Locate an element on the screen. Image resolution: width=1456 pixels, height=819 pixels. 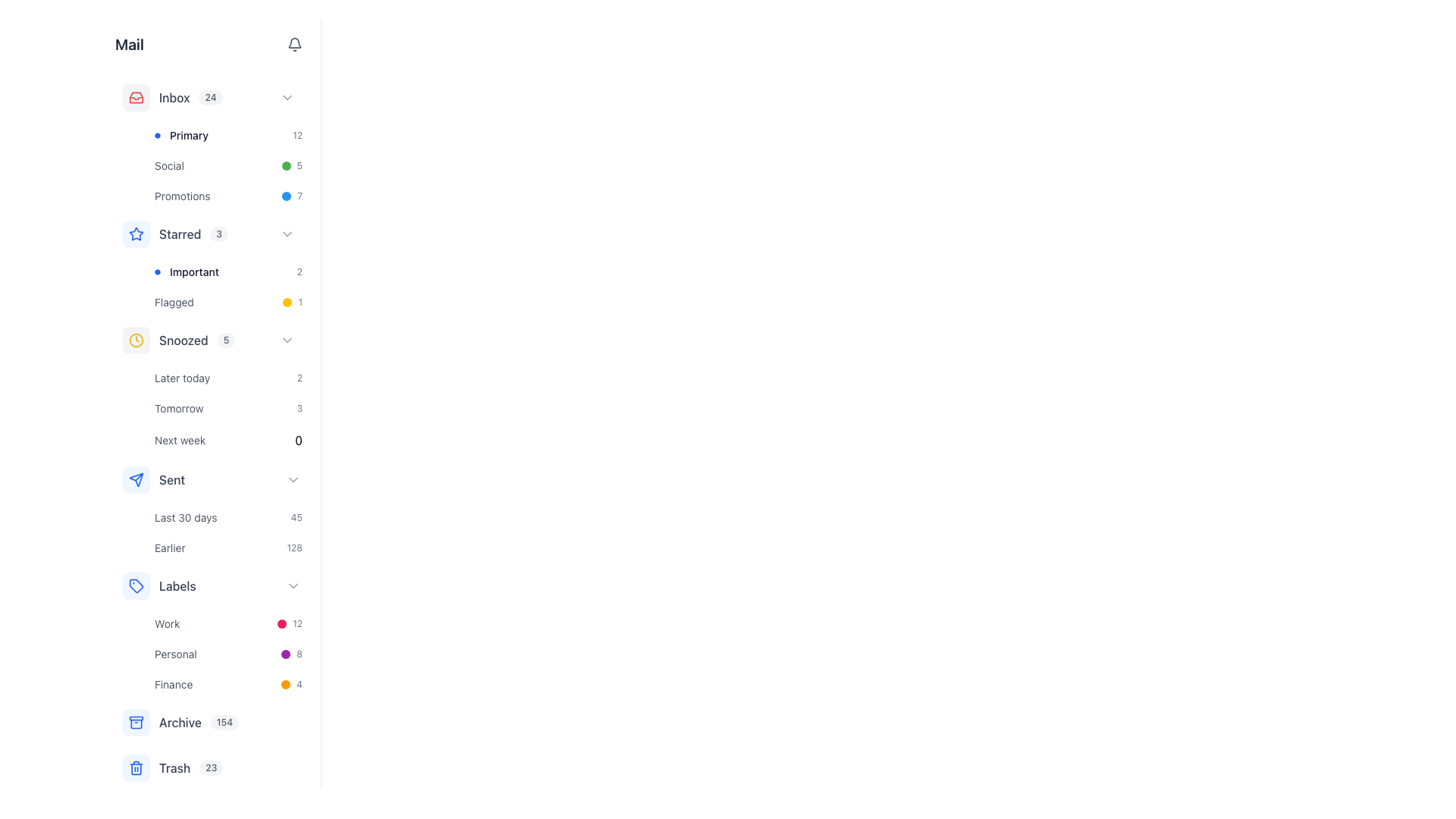
the numerical label displaying the number '8' next to a purple circular indicator, located in the 'Labels' section under the 'Personal' subcategory is located at coordinates (292, 654).